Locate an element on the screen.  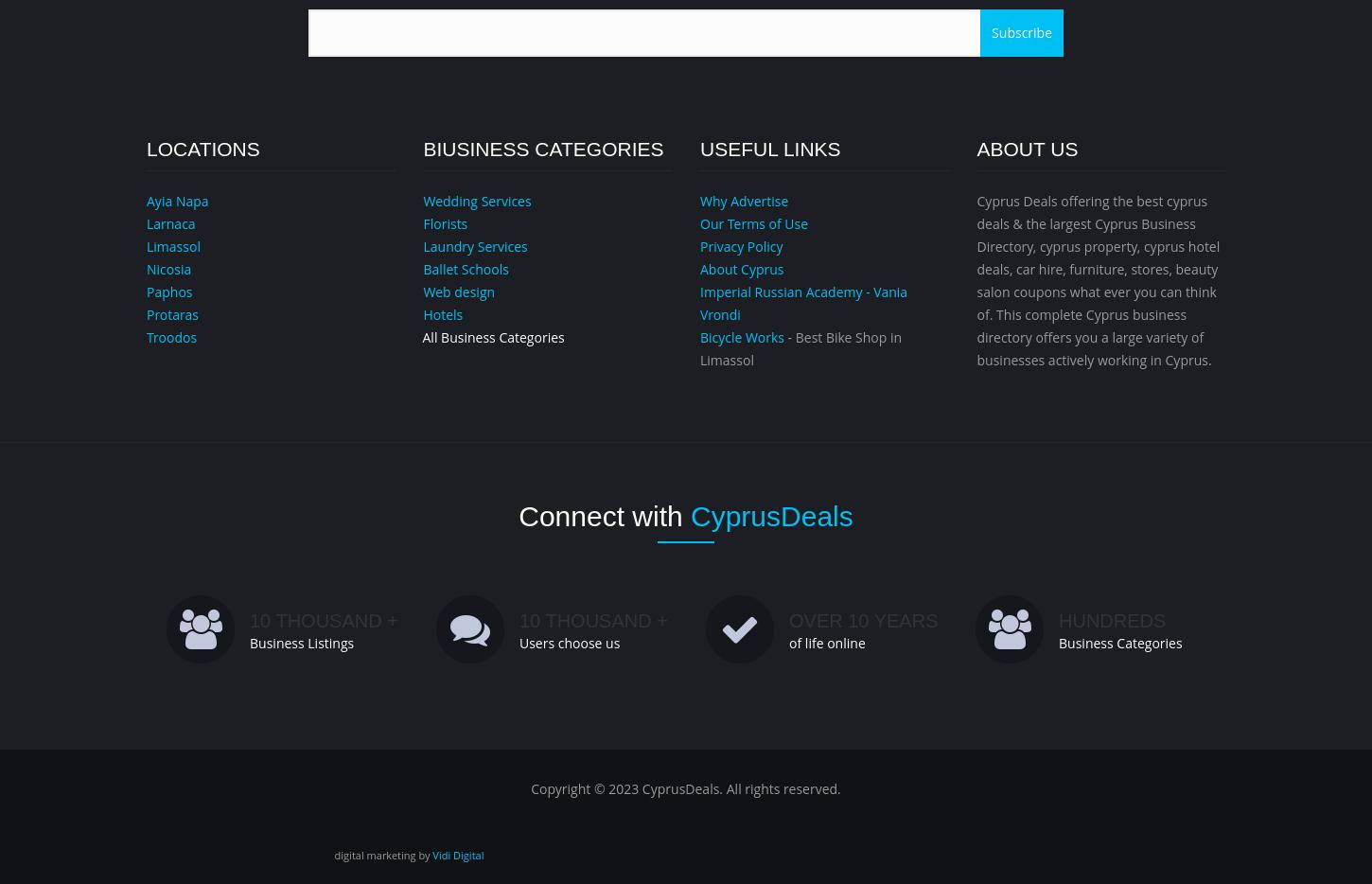
'Web design' is located at coordinates (459, 291).